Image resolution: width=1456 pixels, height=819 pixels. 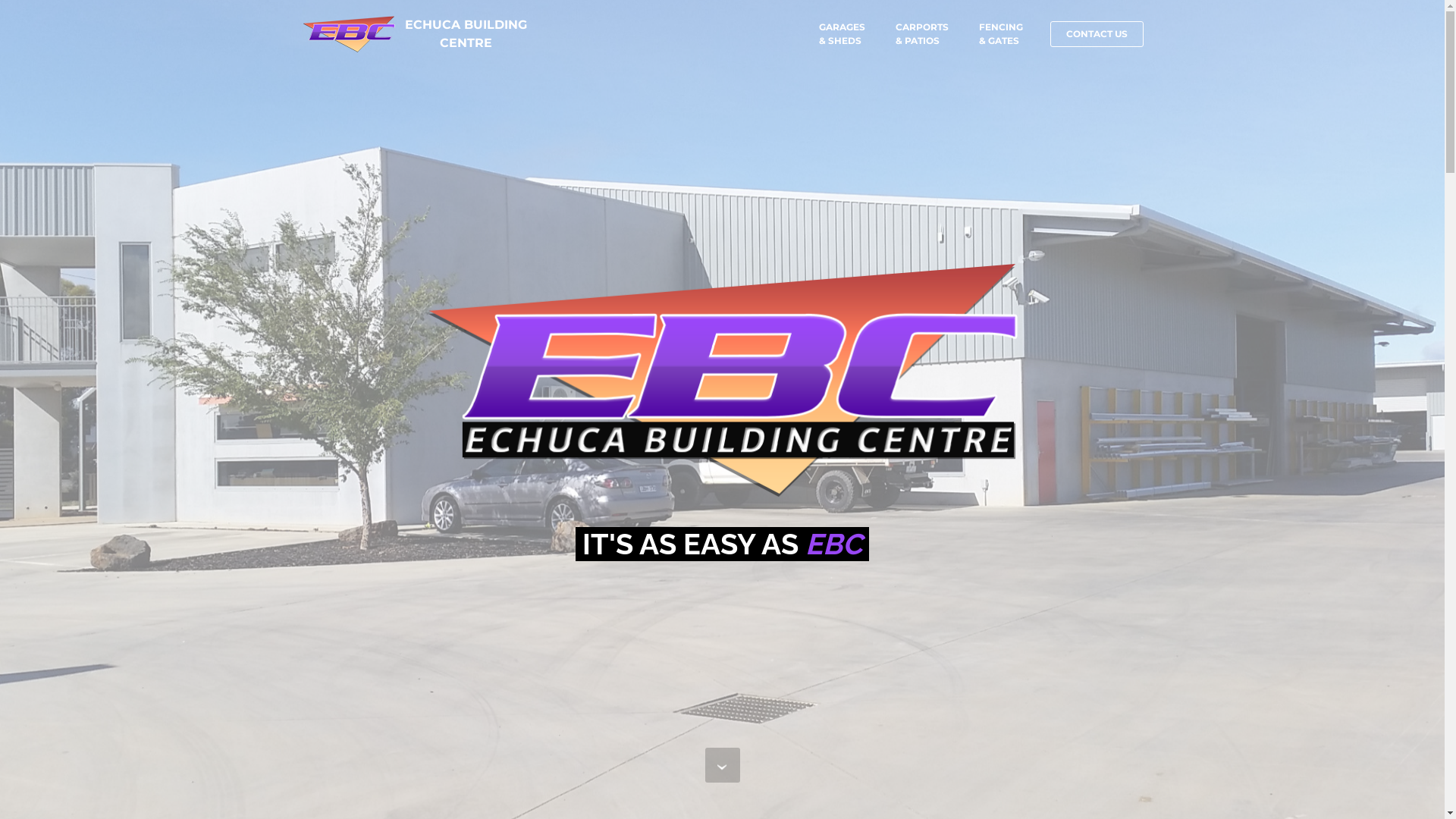 What do you see at coordinates (841, 34) in the screenshot?
I see `'GARAGES` at bounding box center [841, 34].